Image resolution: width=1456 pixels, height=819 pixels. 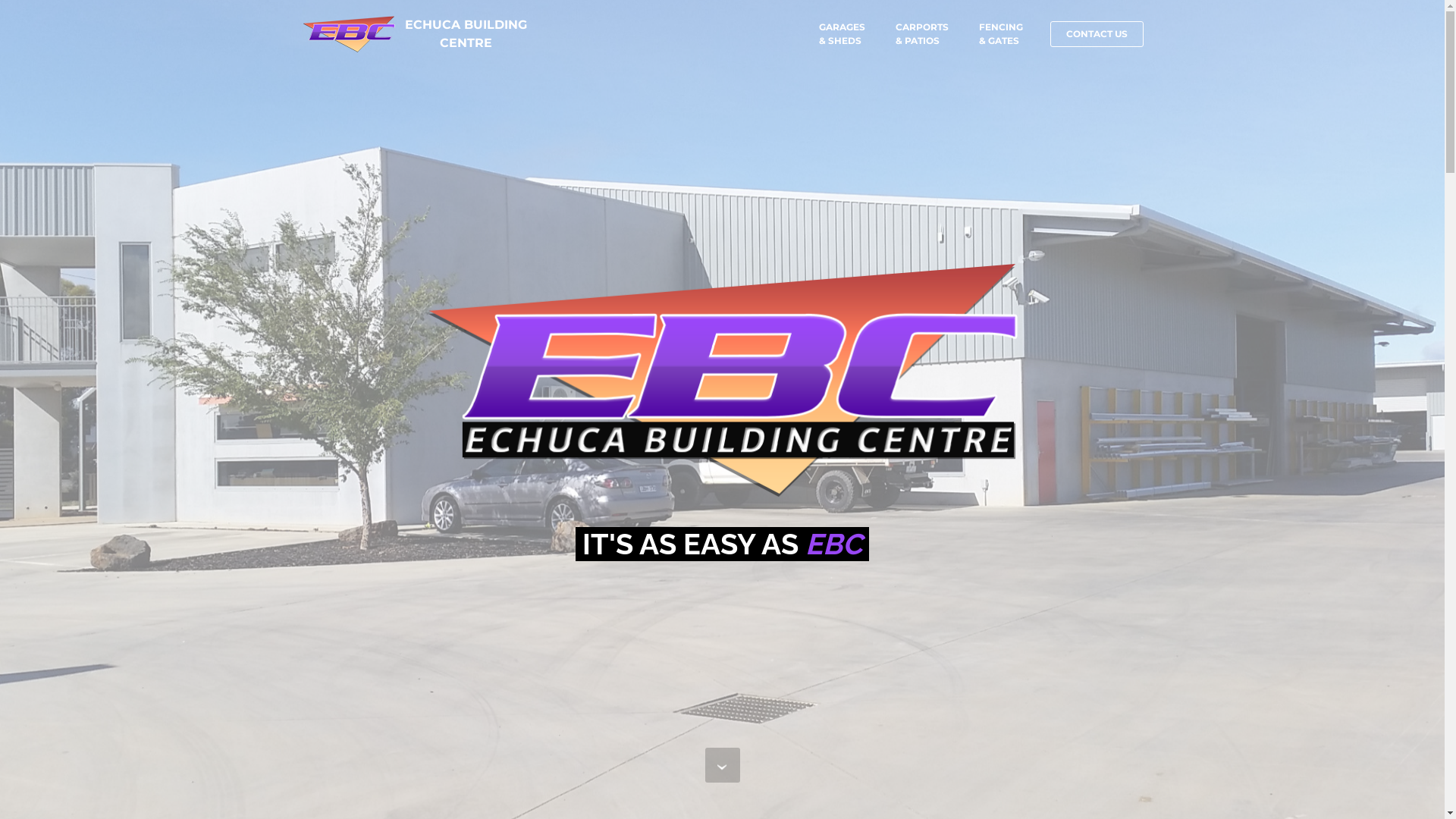 What do you see at coordinates (841, 34) in the screenshot?
I see `'GARAGES` at bounding box center [841, 34].